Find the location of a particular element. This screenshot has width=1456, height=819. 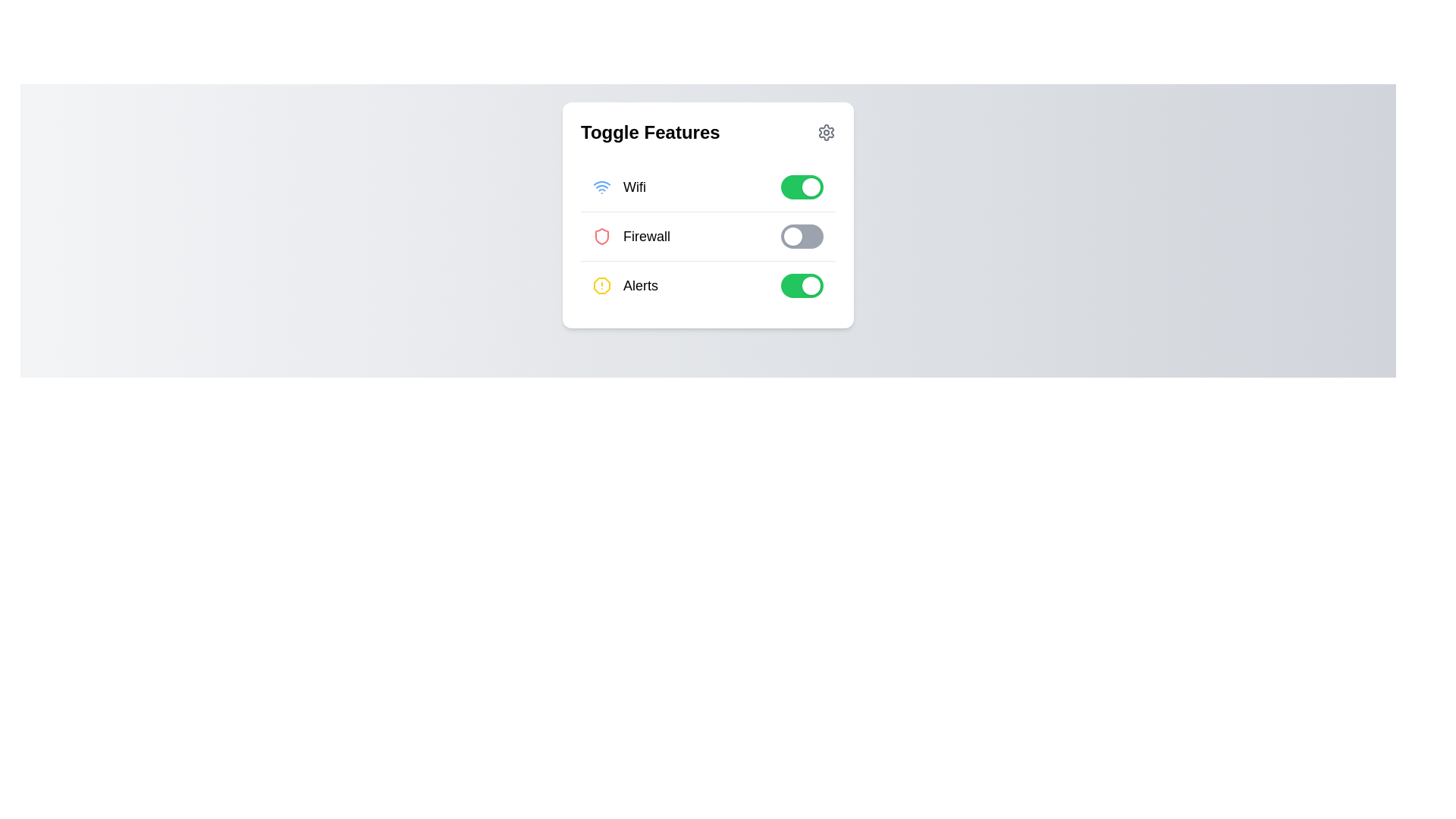

the Firewall feature label is located at coordinates (632, 237).